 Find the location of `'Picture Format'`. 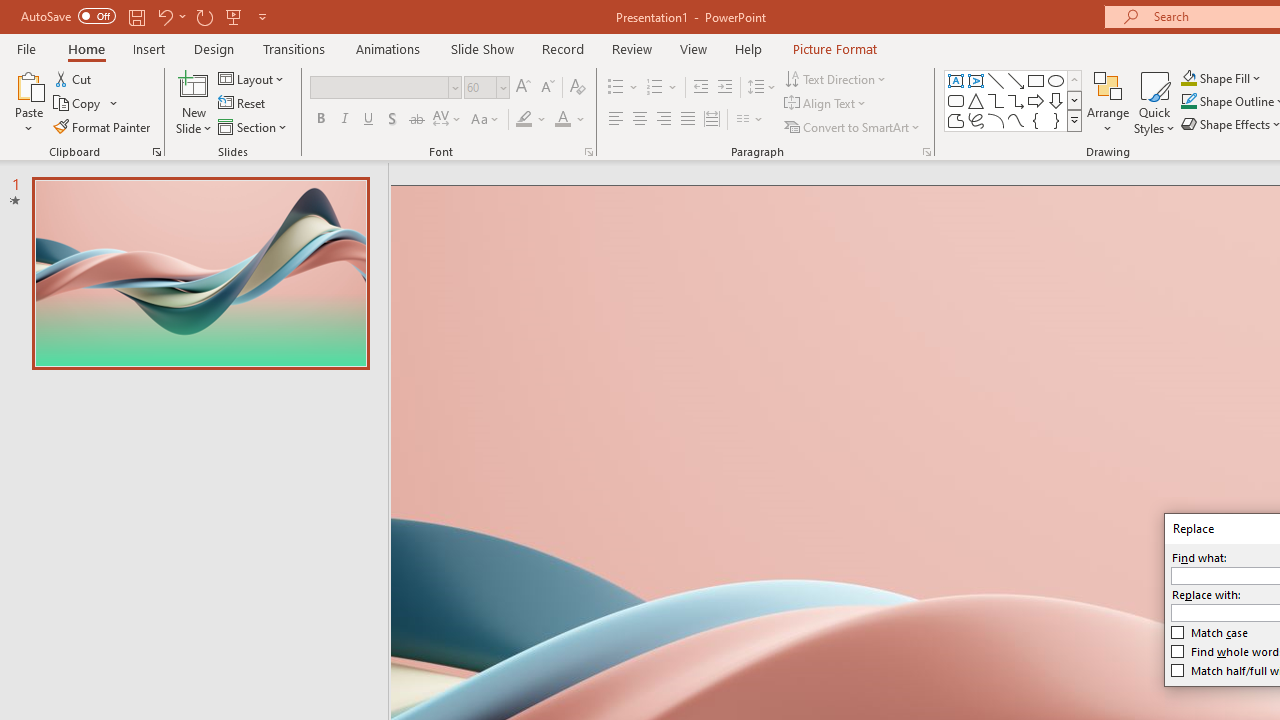

'Picture Format' is located at coordinates (835, 48).